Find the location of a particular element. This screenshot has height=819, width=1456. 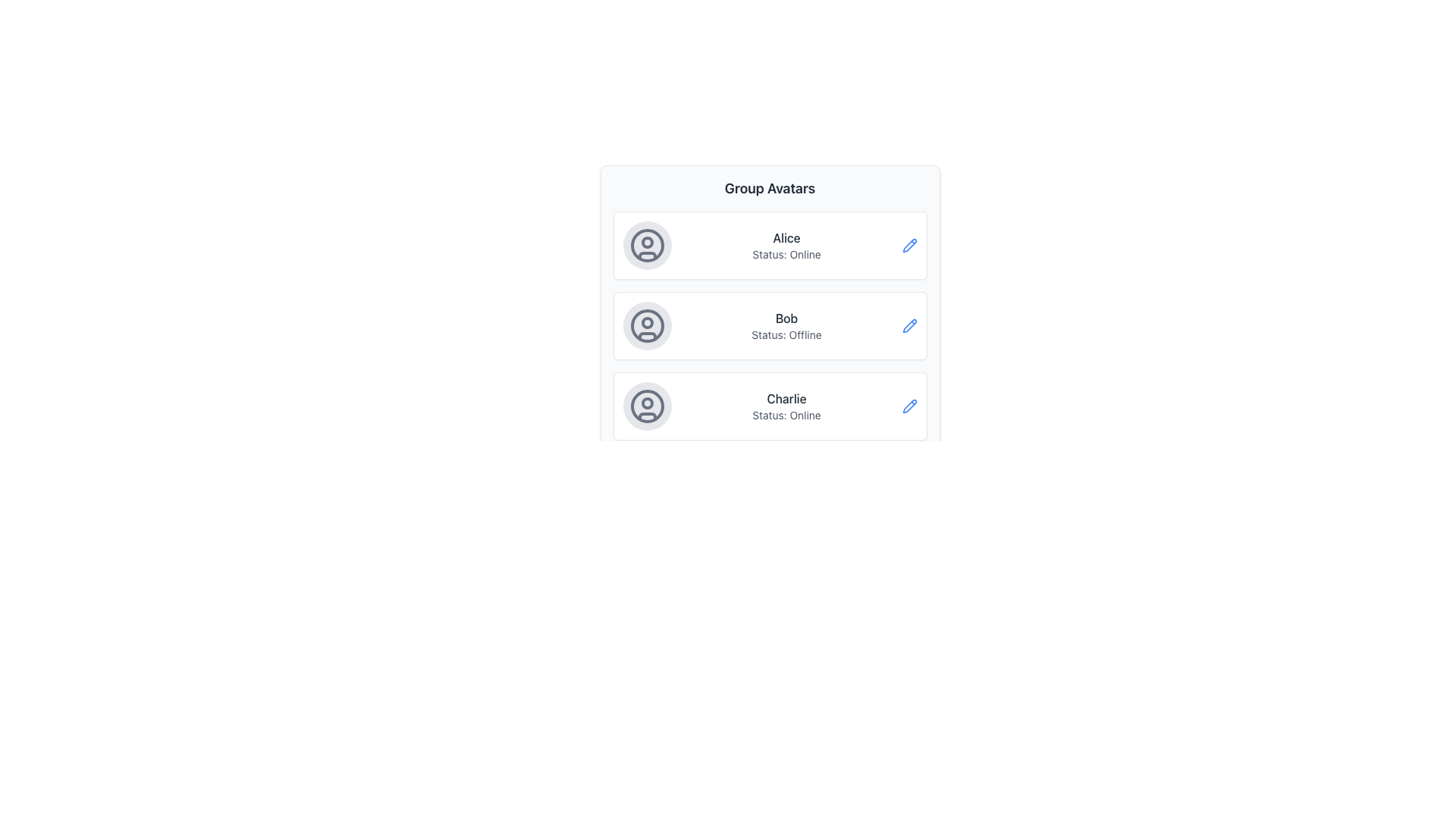

the small text component displaying 'Status: Offline' in gray font, located below the name 'Bob' is located at coordinates (786, 334).